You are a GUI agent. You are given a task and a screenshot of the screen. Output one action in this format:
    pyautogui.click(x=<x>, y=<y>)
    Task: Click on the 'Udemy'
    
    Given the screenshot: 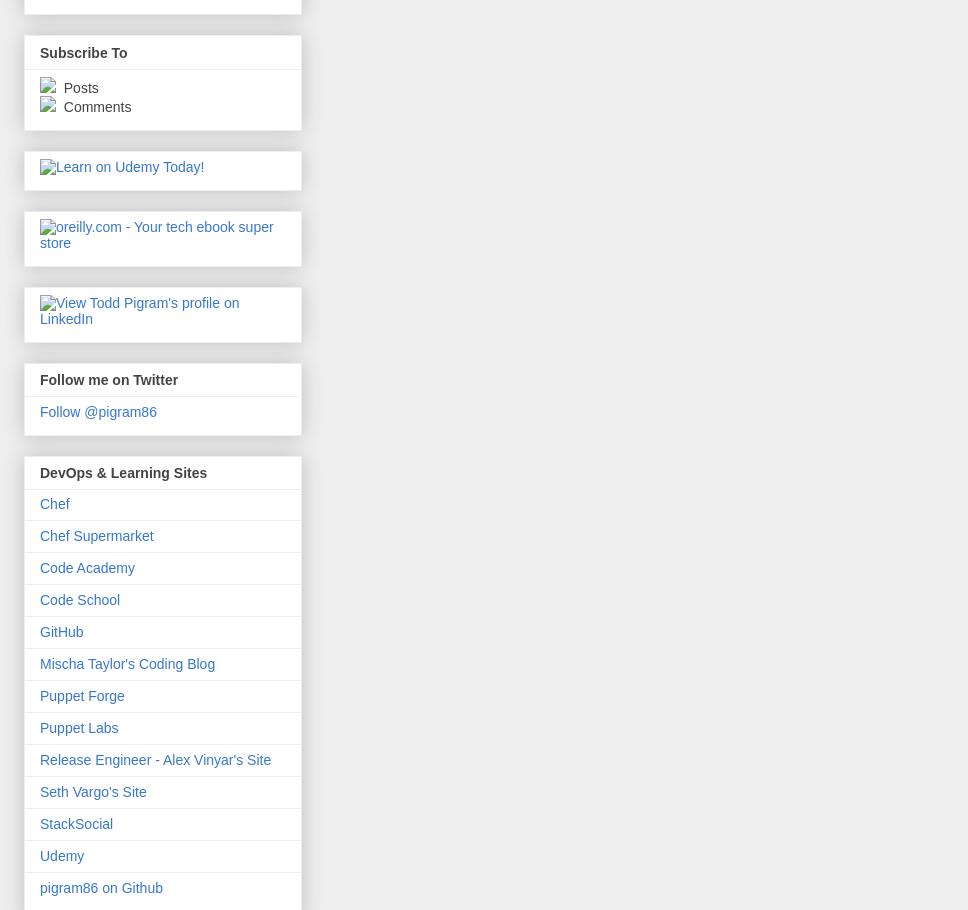 What is the action you would take?
    pyautogui.click(x=39, y=855)
    